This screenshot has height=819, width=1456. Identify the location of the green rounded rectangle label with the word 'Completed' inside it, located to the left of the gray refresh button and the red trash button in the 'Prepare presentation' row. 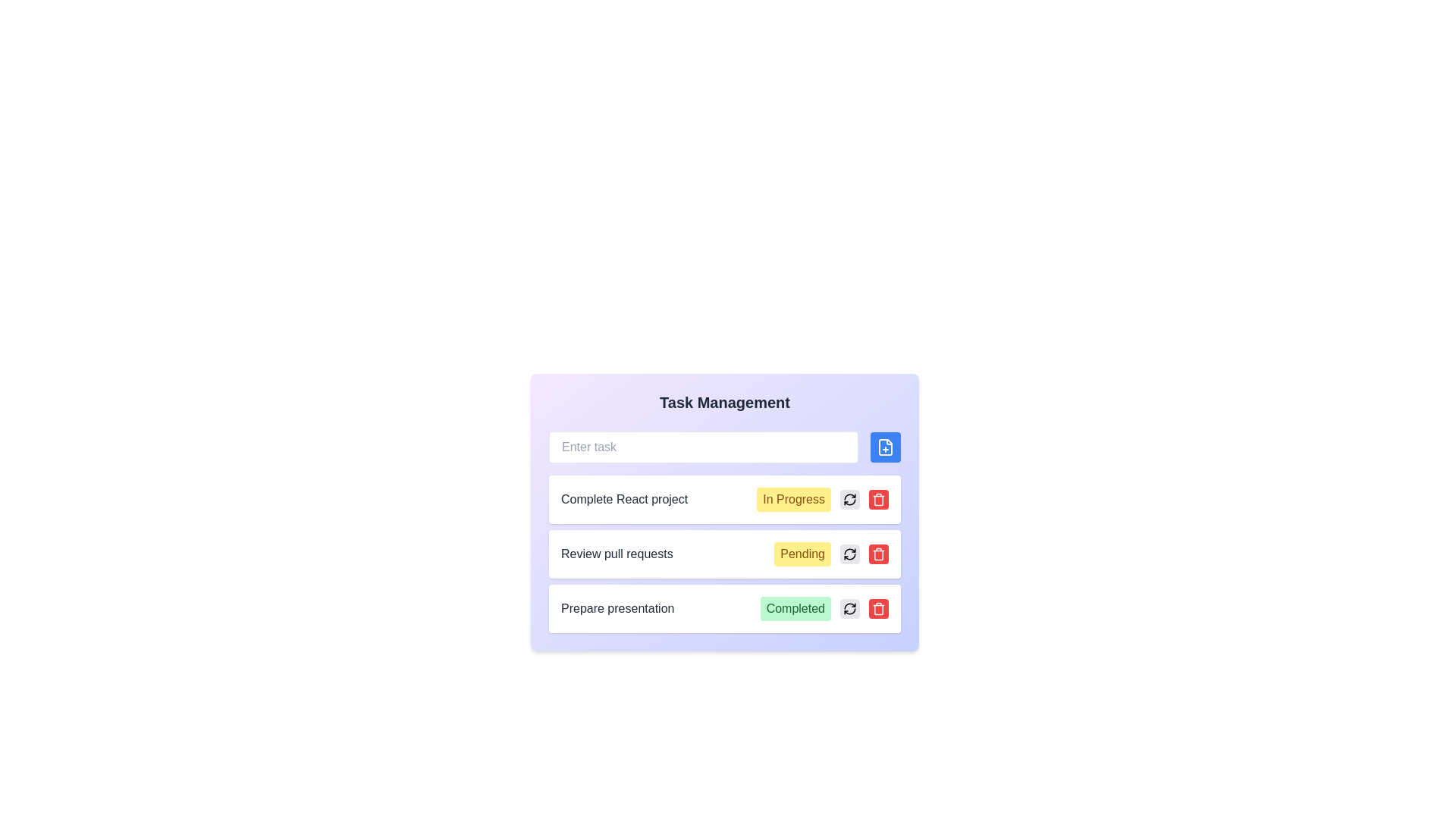
(824, 607).